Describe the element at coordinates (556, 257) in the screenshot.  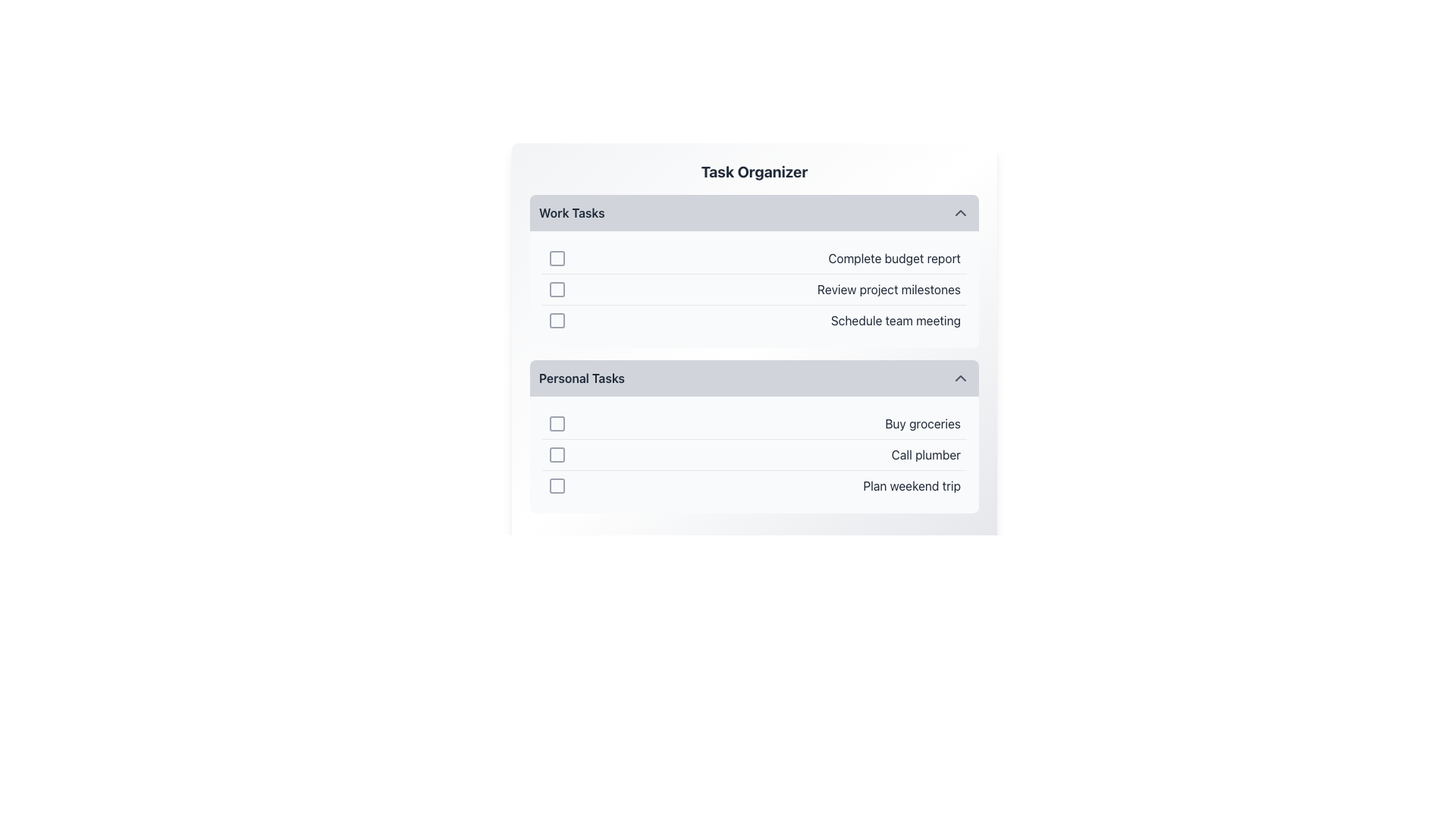
I see `the hollow square checkbox located to the left of the text 'Complete budget report' under the 'Work Tasks' category to check the box` at that location.